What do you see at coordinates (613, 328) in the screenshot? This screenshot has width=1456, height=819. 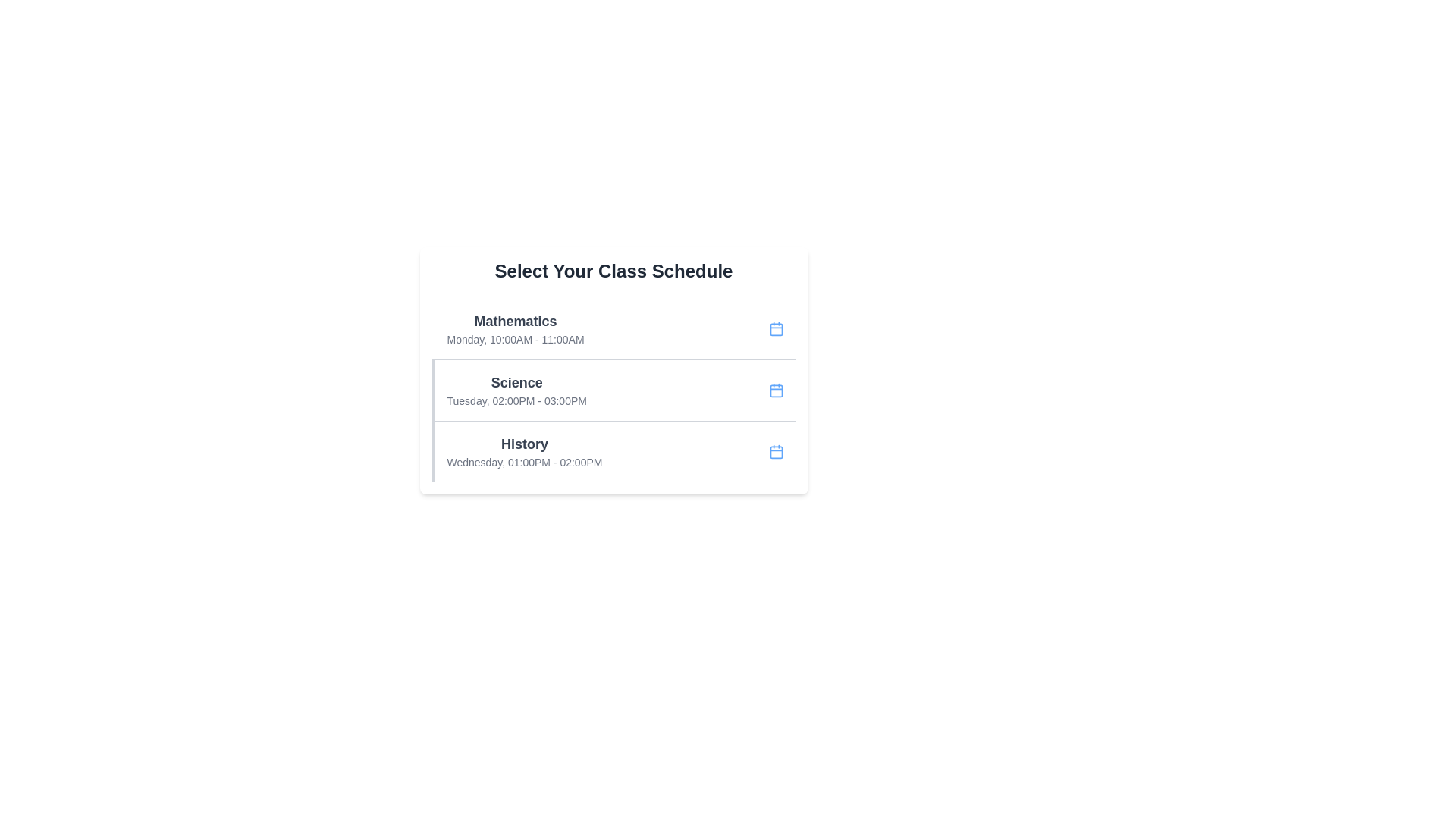 I see `the first list item titled 'Mathematics'` at bounding box center [613, 328].